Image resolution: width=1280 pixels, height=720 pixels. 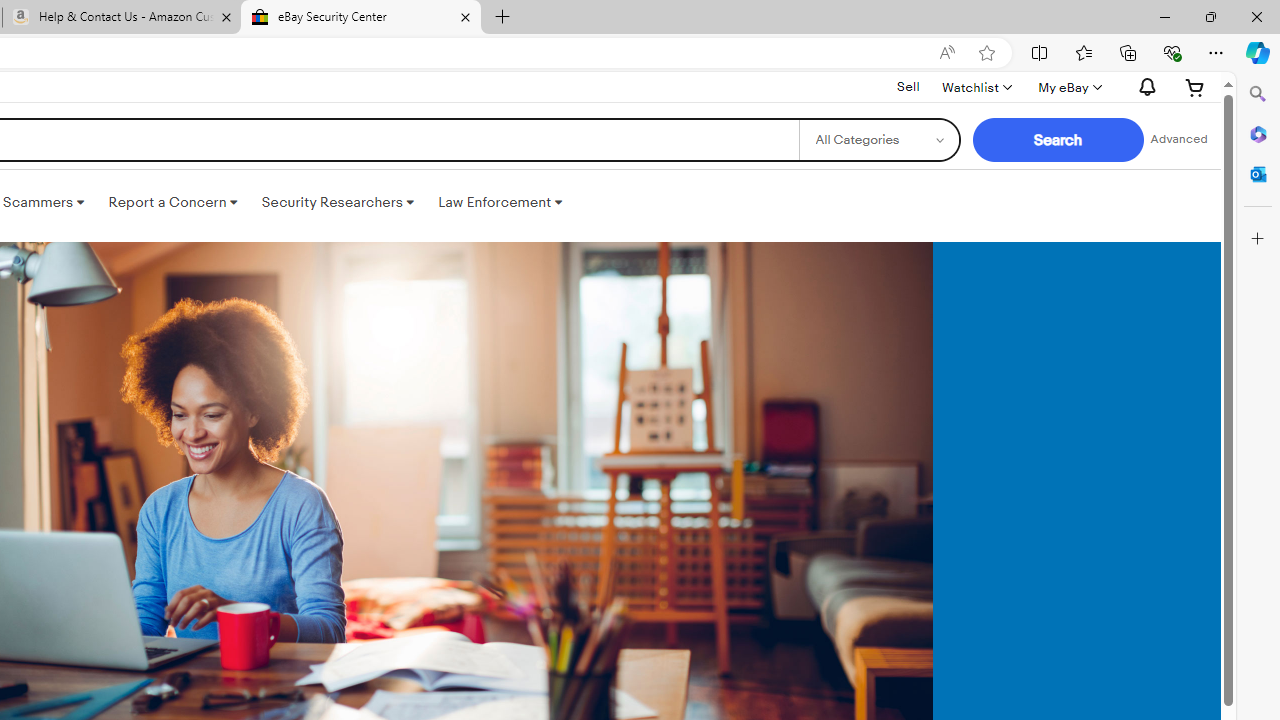 I want to click on 'Watchlist', so click(x=976, y=86).